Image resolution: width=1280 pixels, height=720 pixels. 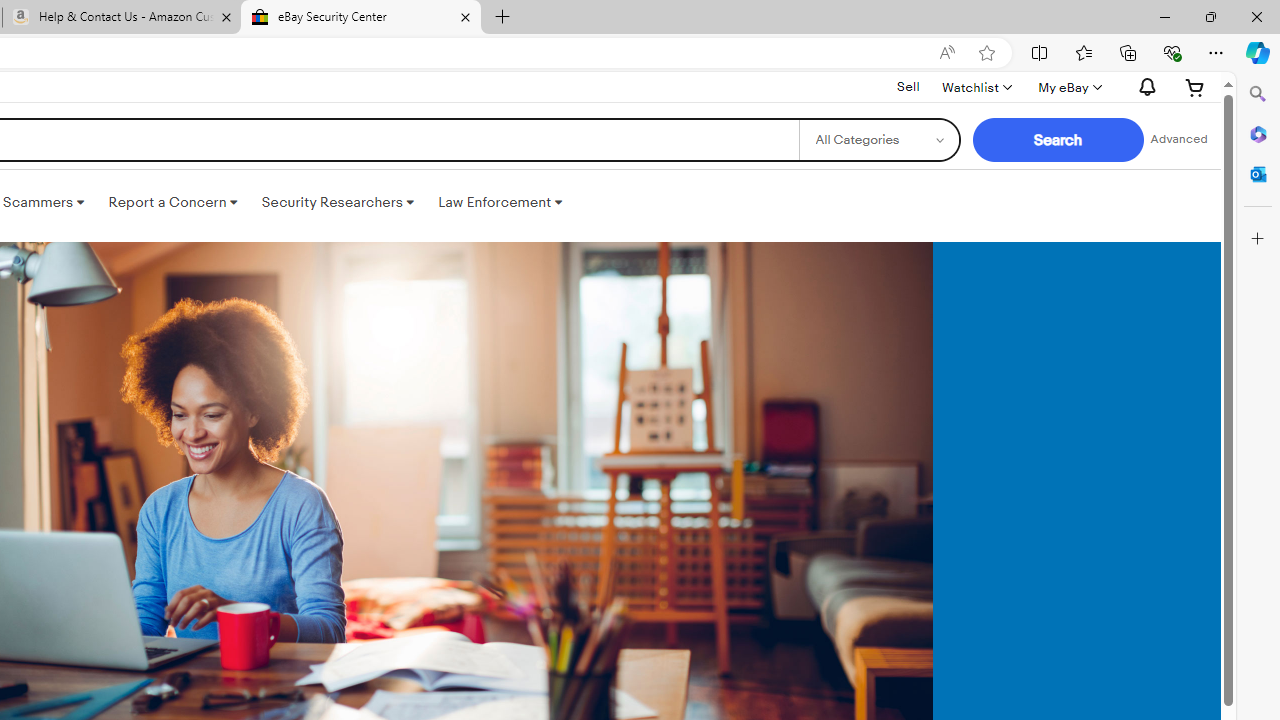 I want to click on 'Watchlist', so click(x=976, y=86).